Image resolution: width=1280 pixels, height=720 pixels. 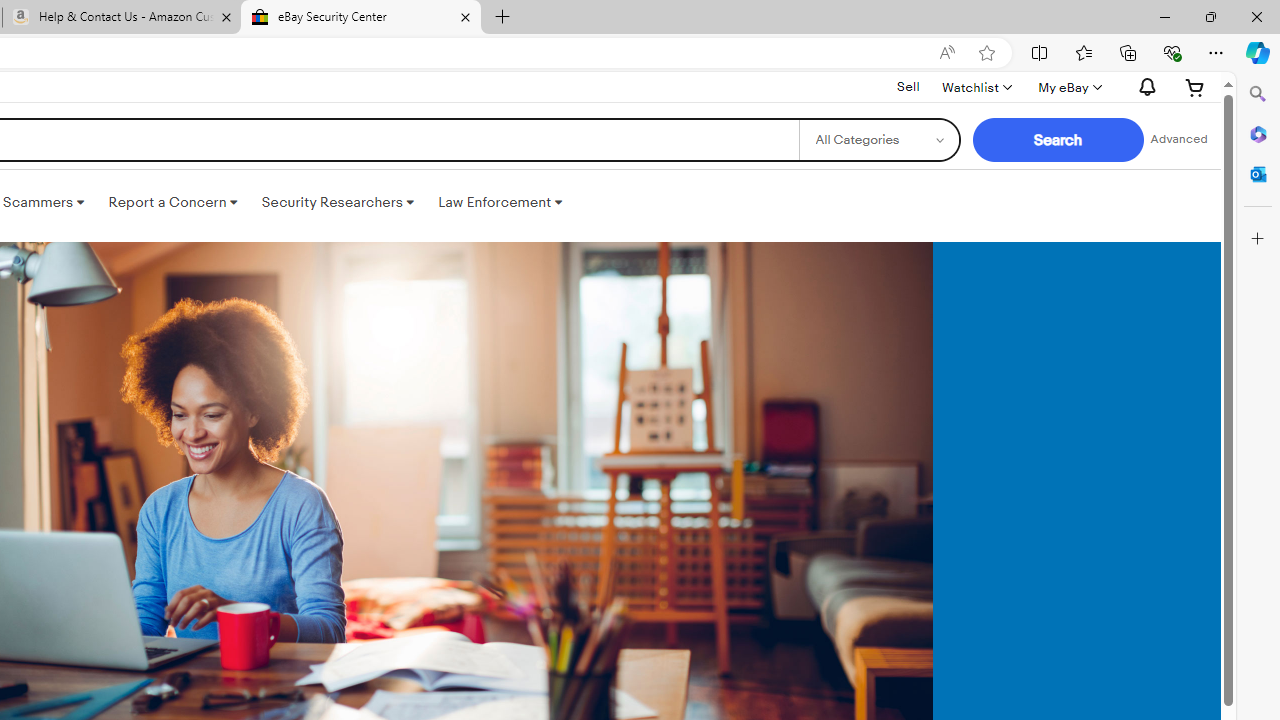 I want to click on 'Watchlist', so click(x=976, y=86).